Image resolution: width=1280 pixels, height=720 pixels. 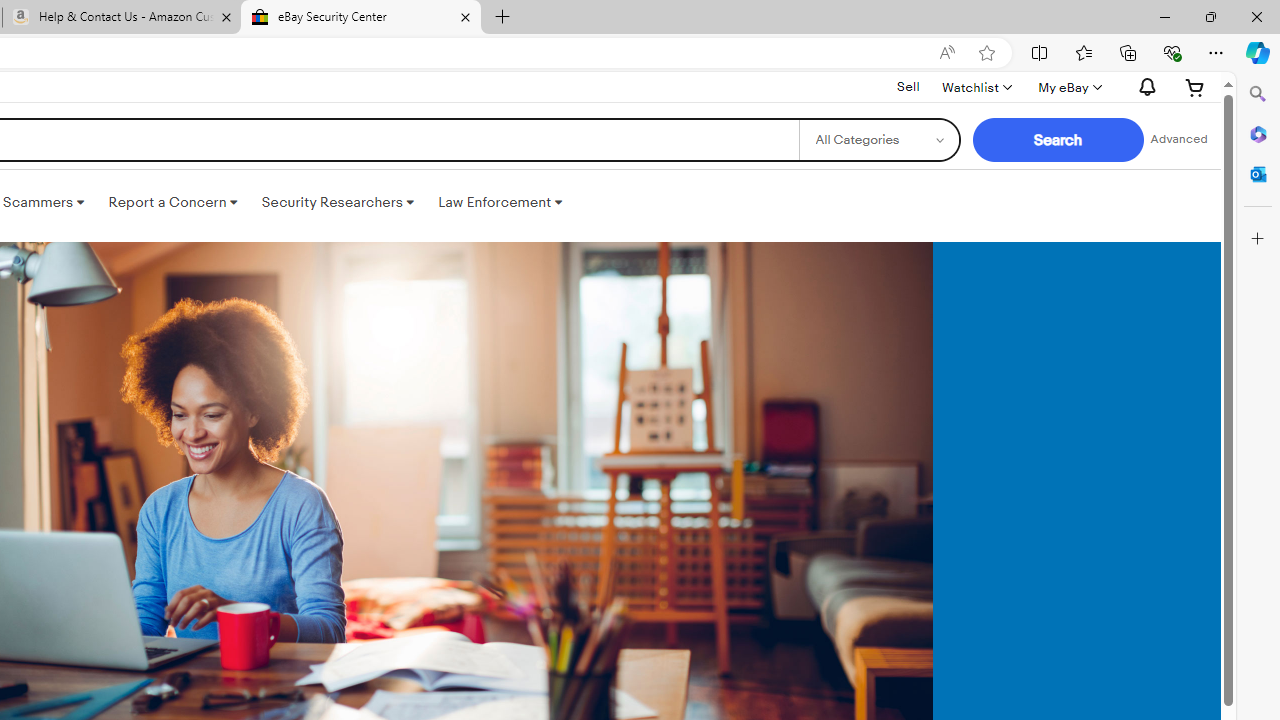 I want to click on 'Watchlist', so click(x=976, y=86).